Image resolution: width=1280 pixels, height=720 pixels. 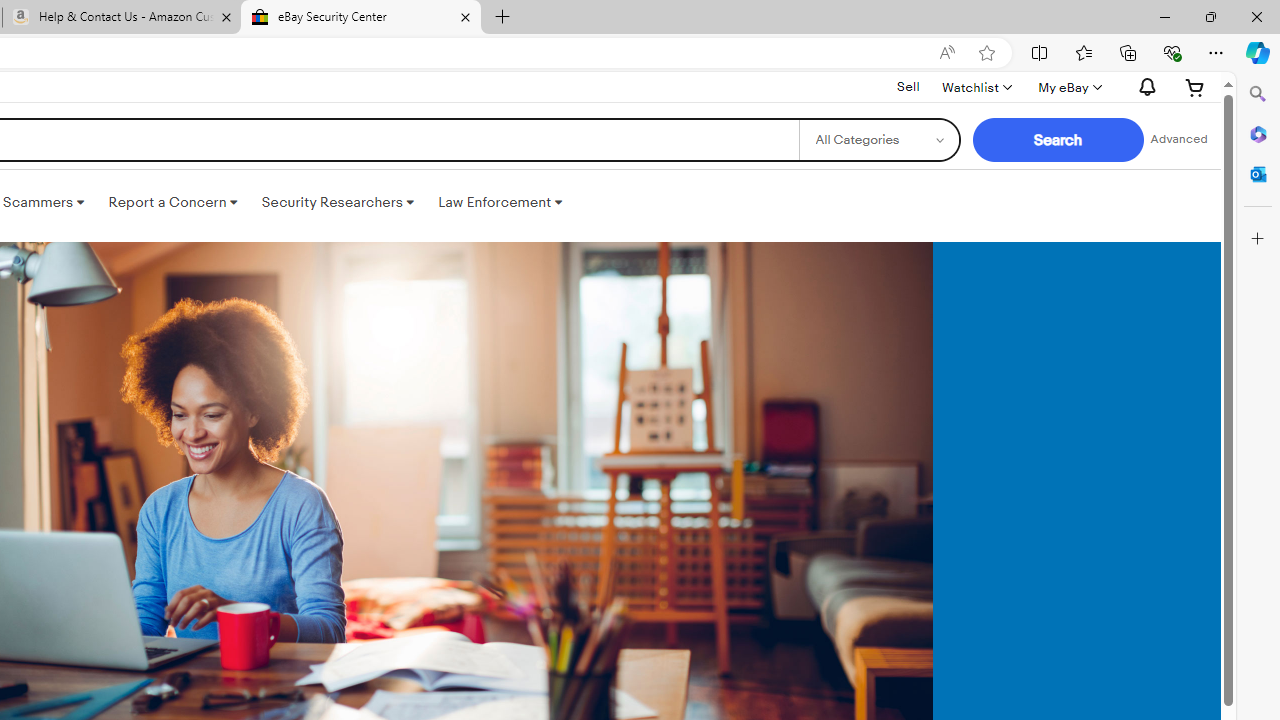 I want to click on 'Watchlist', so click(x=976, y=86).